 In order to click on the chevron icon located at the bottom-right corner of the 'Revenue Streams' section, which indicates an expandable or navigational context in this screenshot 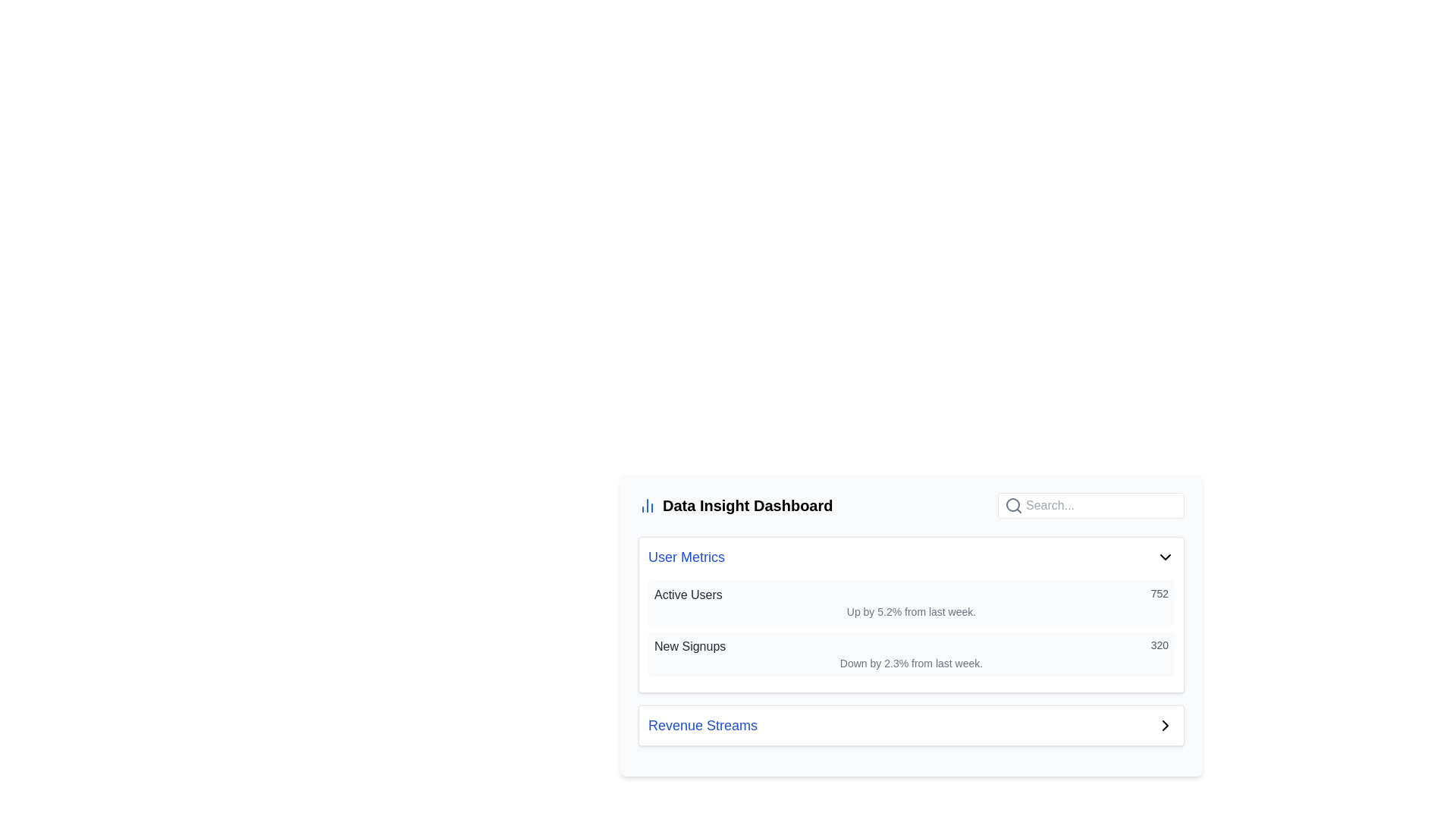, I will do `click(1164, 724)`.